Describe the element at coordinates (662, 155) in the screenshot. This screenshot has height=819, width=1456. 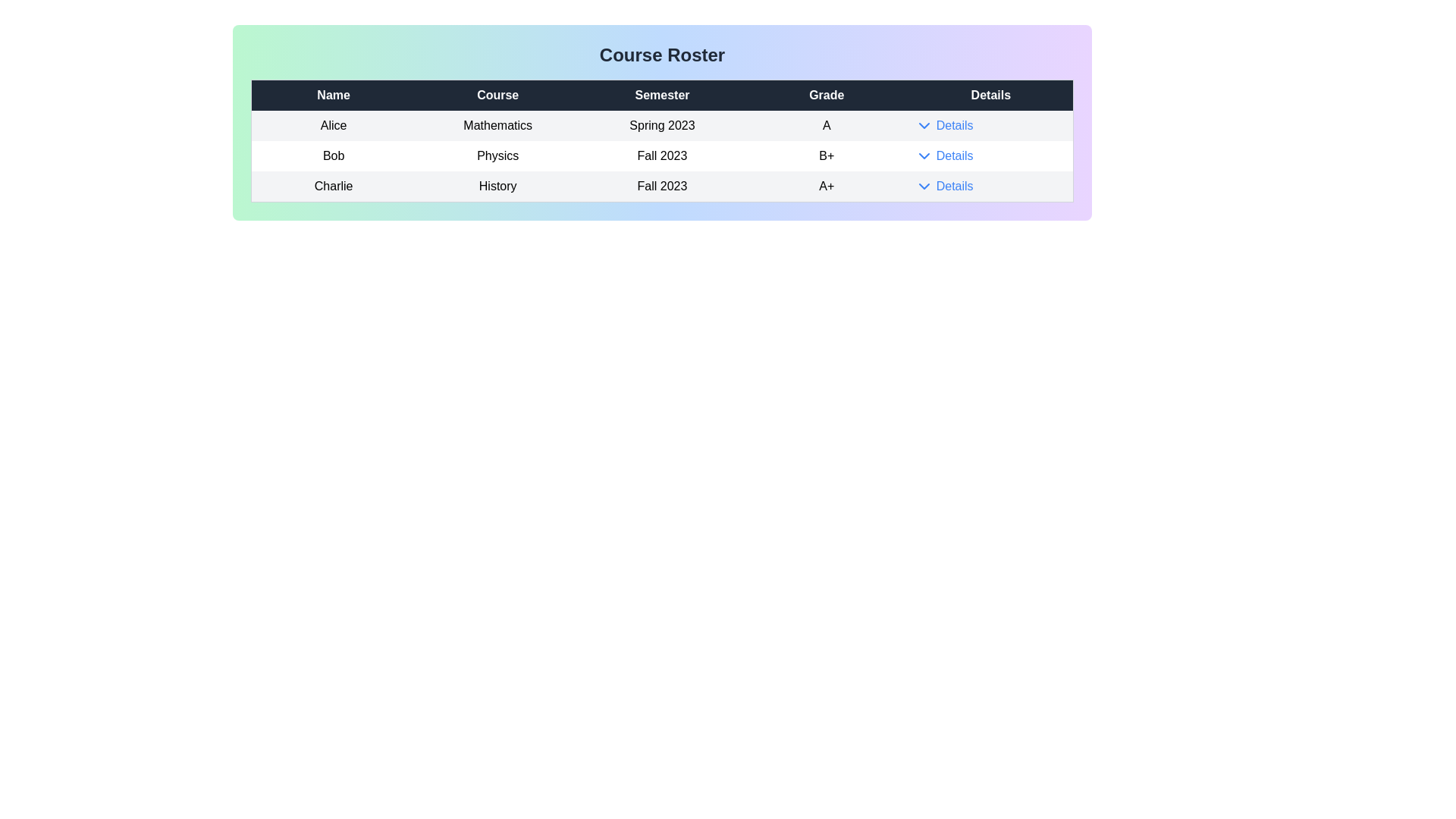
I see `the label displaying 'Fall 2023' in bold, centered style, located in the 'Semester' column of the table, following elements 'Bob' and 'Physics'` at that location.